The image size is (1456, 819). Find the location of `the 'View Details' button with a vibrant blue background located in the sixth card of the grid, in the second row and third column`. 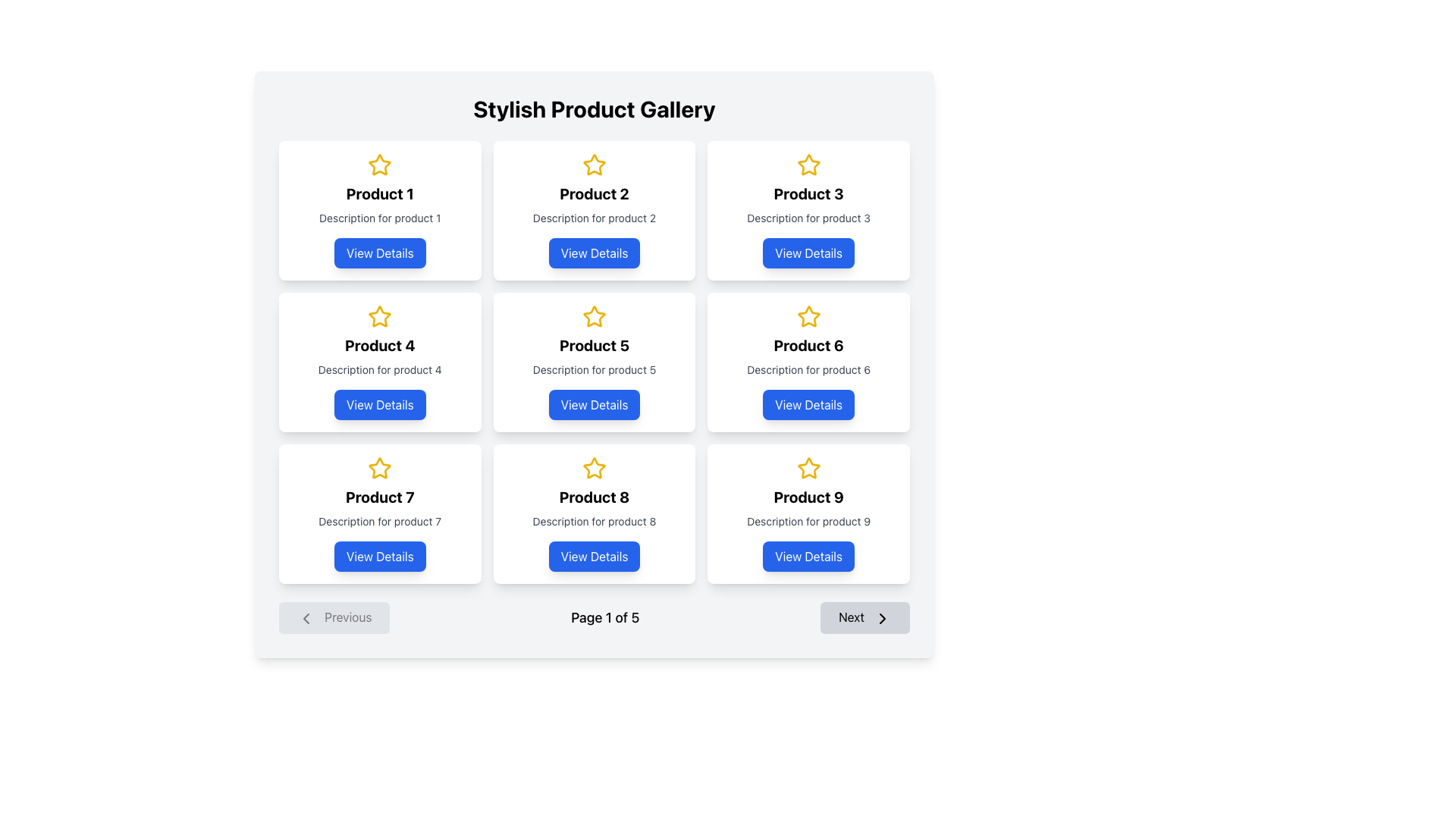

the 'View Details' button with a vibrant blue background located in the sixth card of the grid, in the second row and third column is located at coordinates (808, 403).